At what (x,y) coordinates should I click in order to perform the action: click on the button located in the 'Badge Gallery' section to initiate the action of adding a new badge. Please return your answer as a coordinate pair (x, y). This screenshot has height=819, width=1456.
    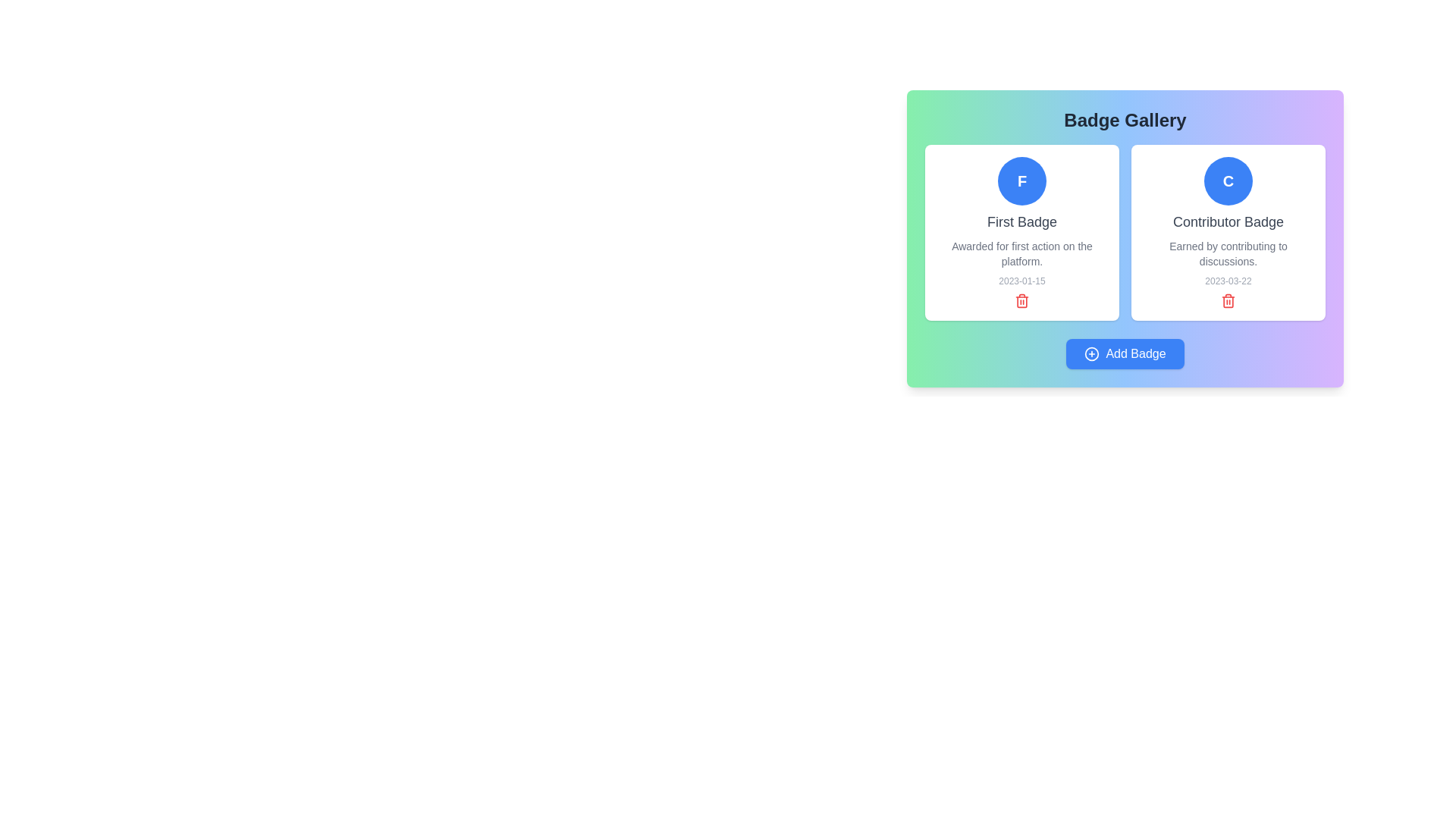
    Looking at the image, I should click on (1125, 353).